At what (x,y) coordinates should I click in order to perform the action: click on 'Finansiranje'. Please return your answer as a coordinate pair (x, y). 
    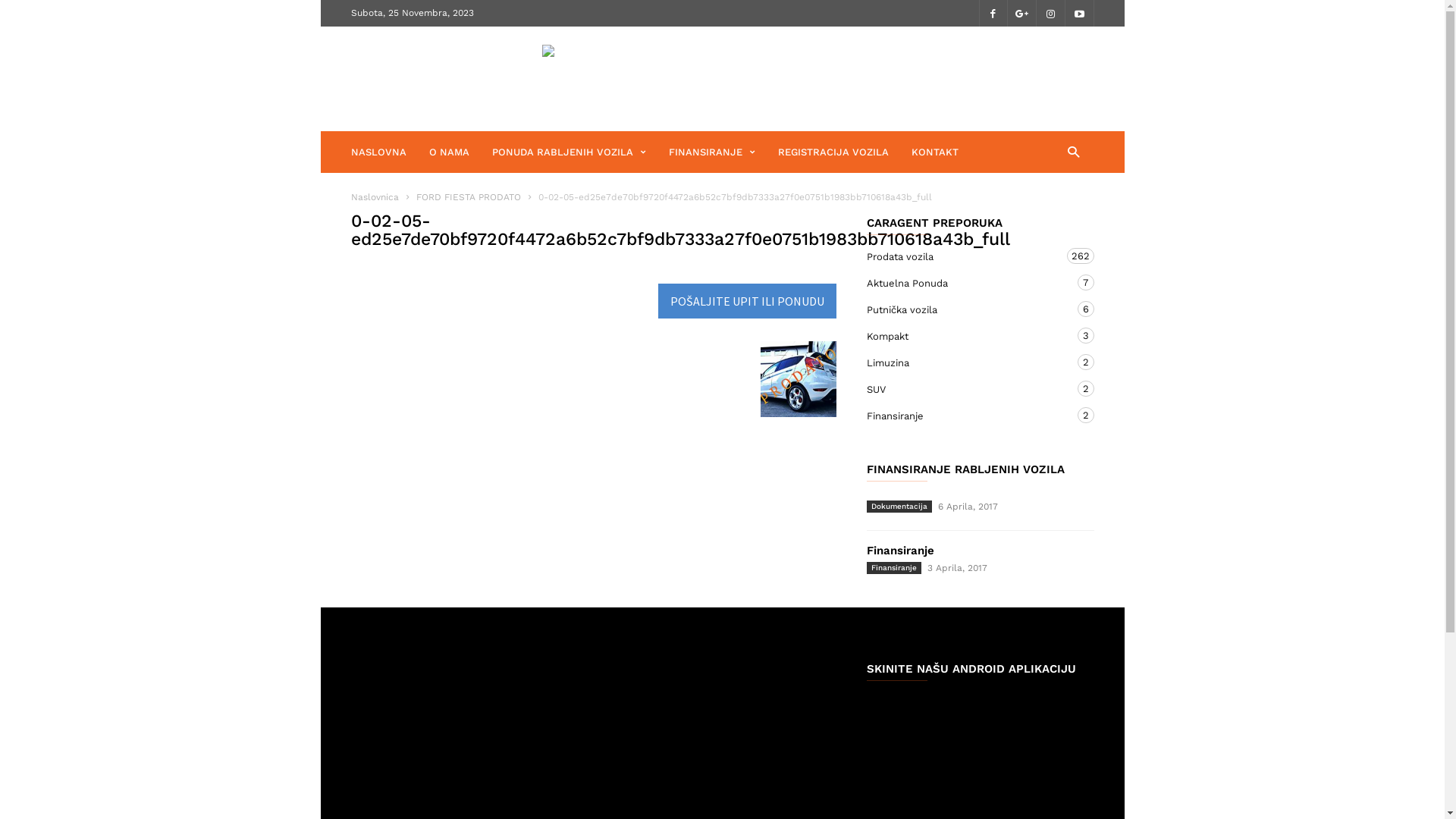
    Looking at the image, I should click on (893, 567).